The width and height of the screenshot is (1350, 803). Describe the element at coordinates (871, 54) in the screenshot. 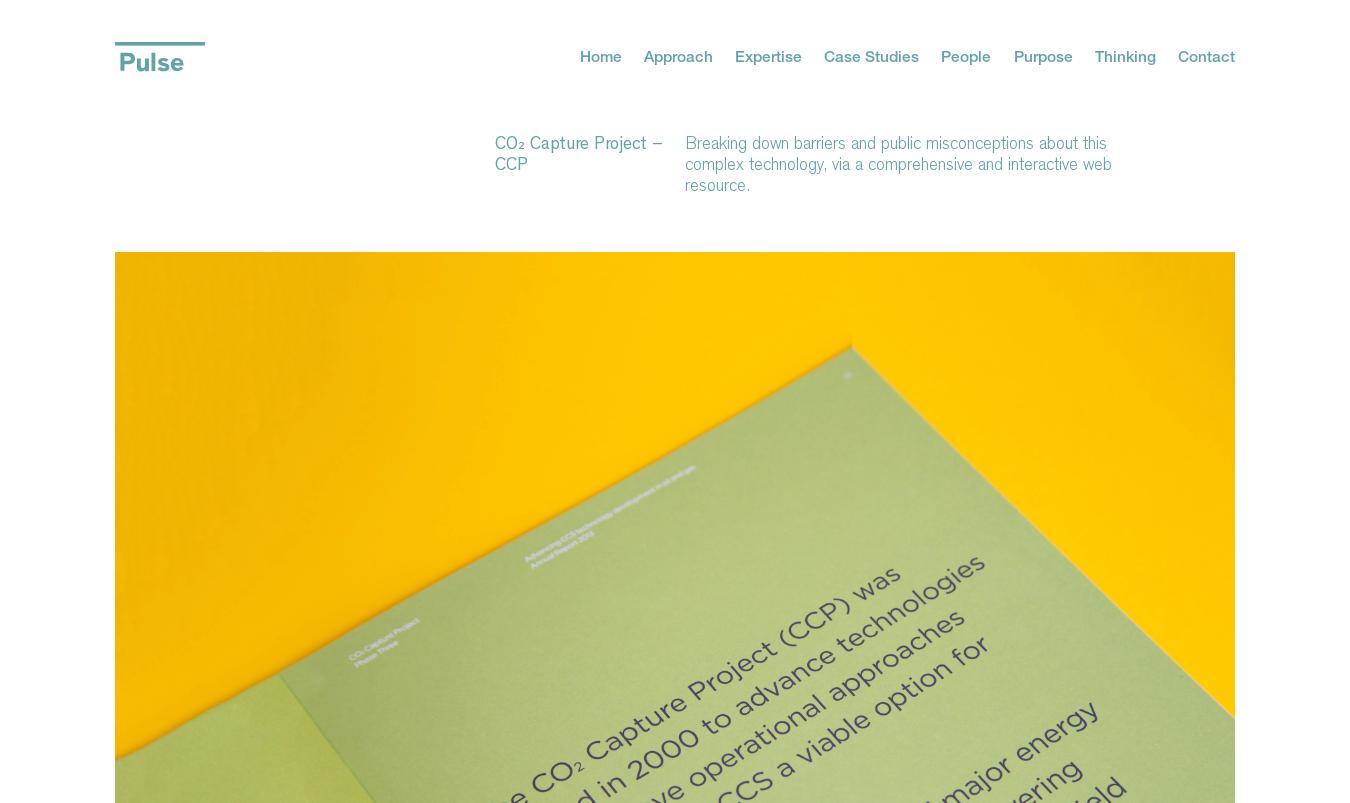

I see `'Case Studies'` at that location.